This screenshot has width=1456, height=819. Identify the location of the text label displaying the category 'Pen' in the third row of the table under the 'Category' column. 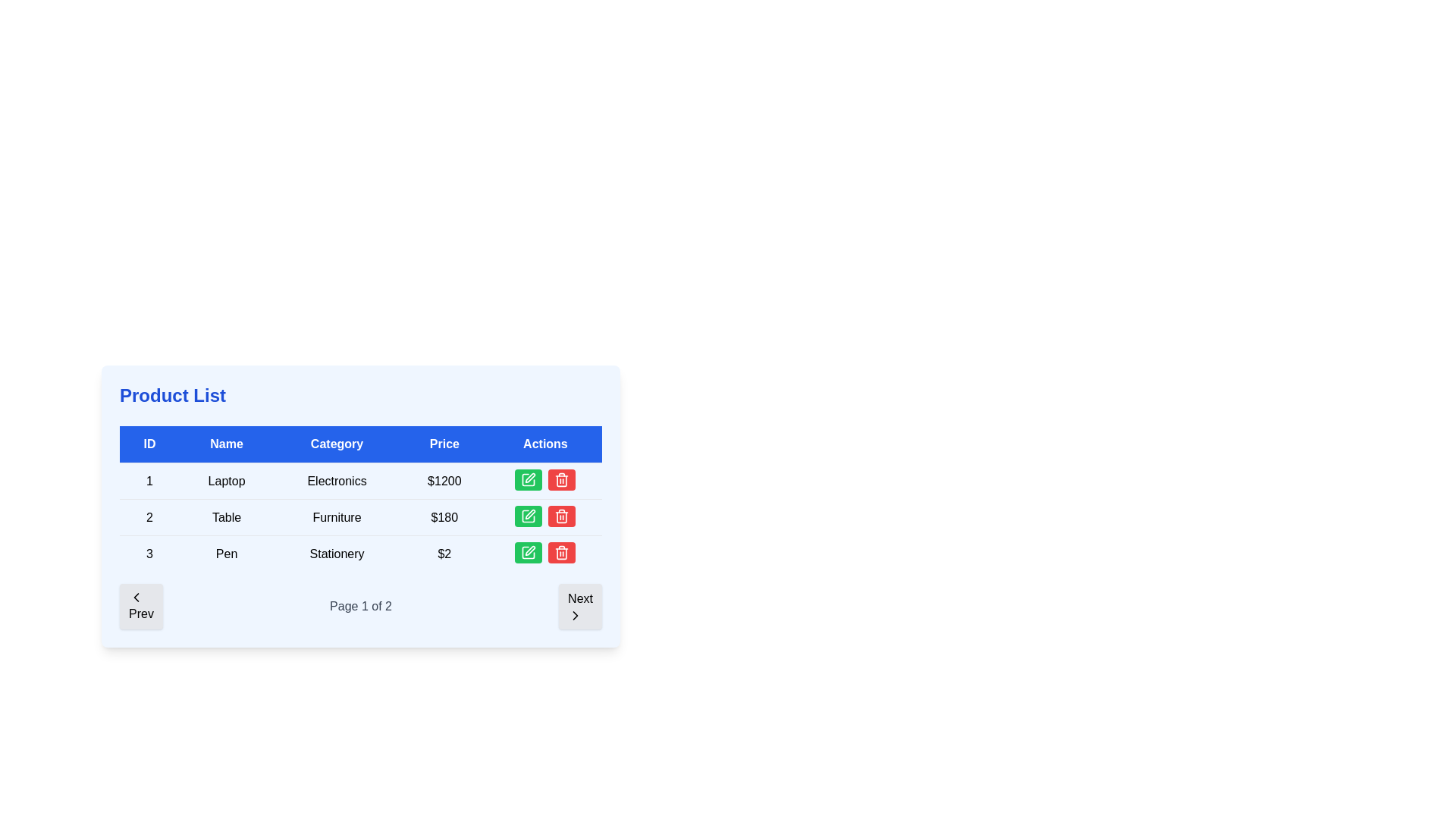
(336, 554).